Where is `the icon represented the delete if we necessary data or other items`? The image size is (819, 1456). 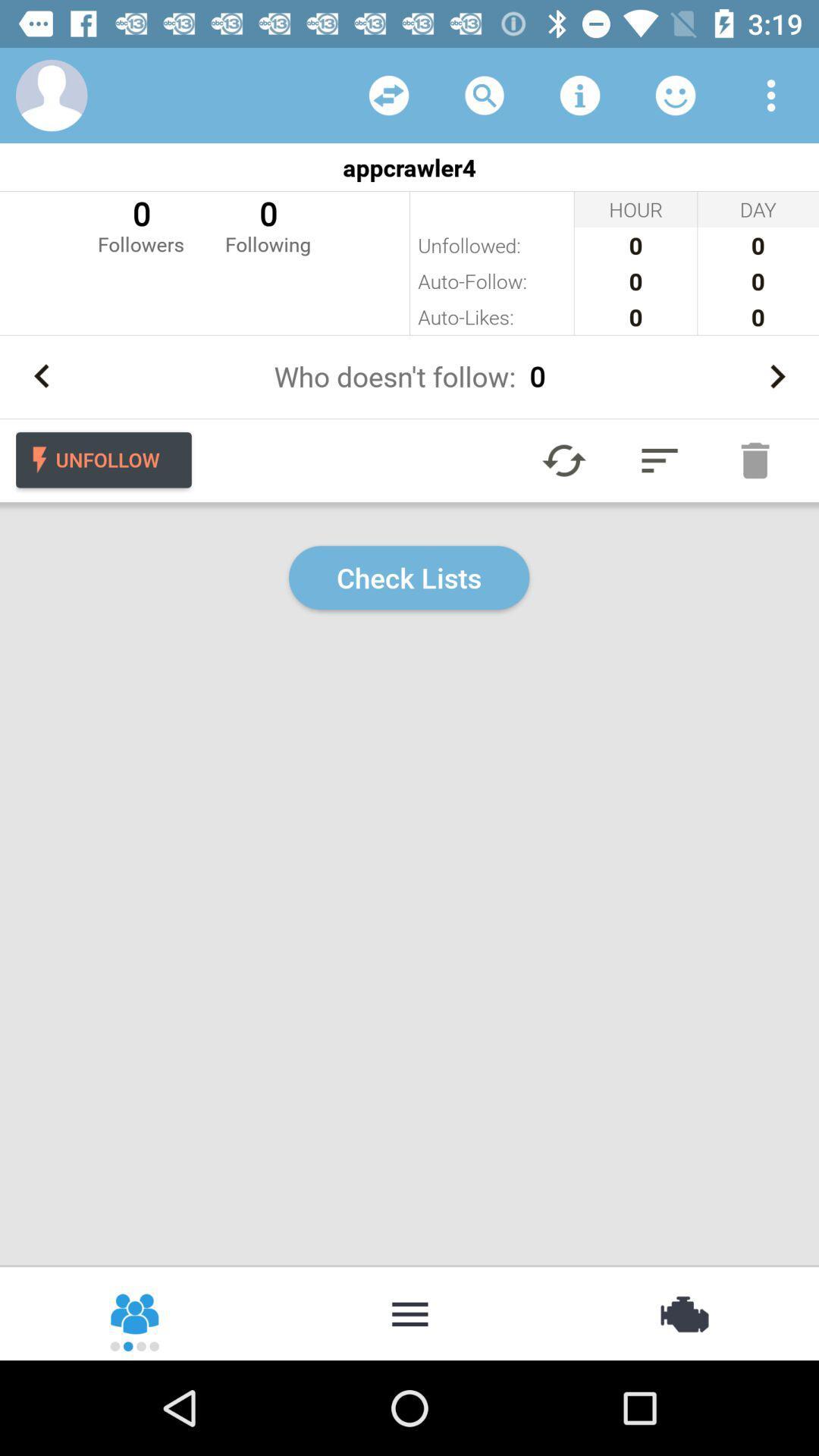 the icon represented the delete if we necessary data or other items is located at coordinates (755, 460).